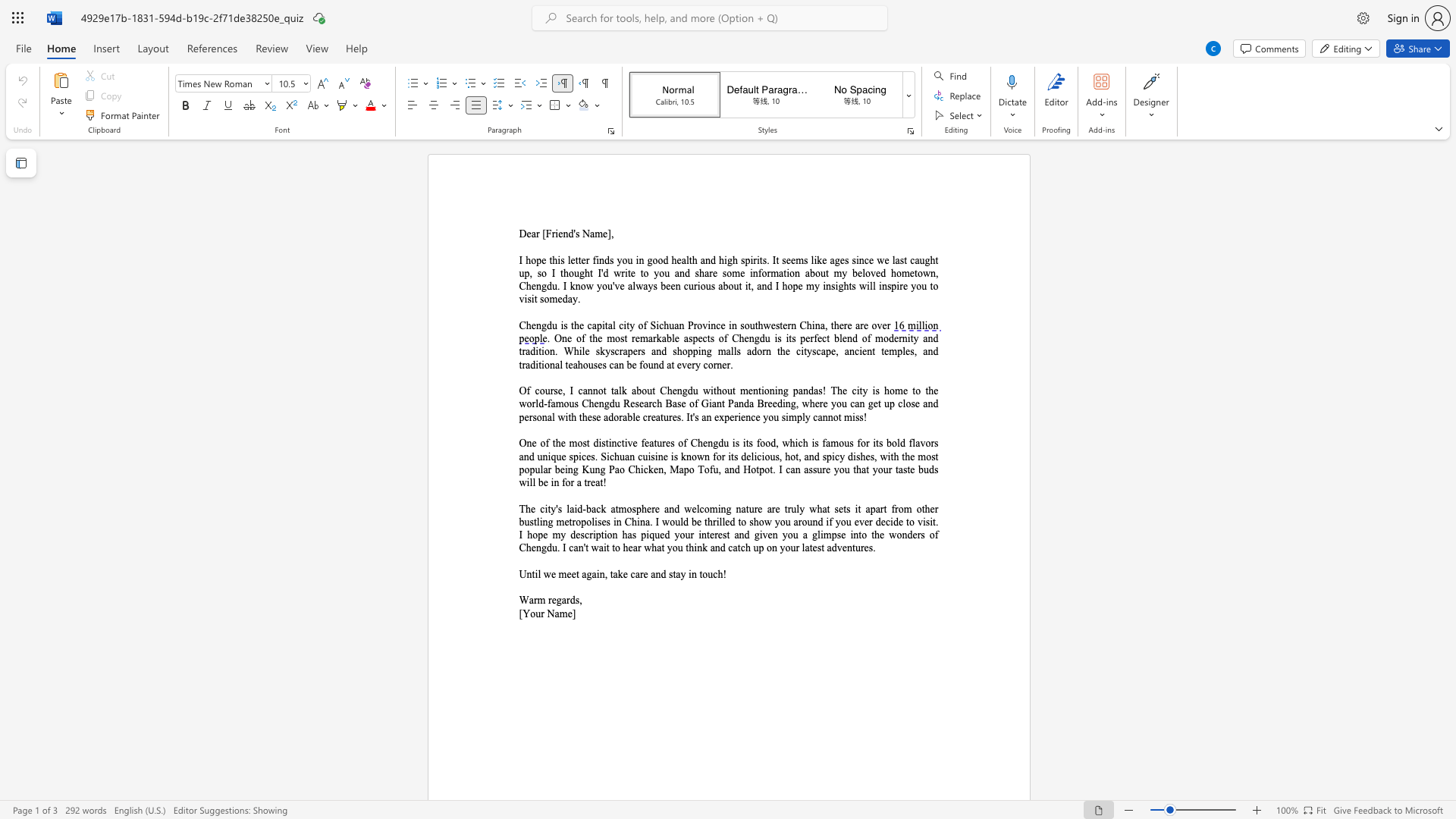 The height and width of the screenshot is (819, 1456). Describe the element at coordinates (619, 351) in the screenshot. I see `the space between the continuous character "c" and "r" in the text` at that location.